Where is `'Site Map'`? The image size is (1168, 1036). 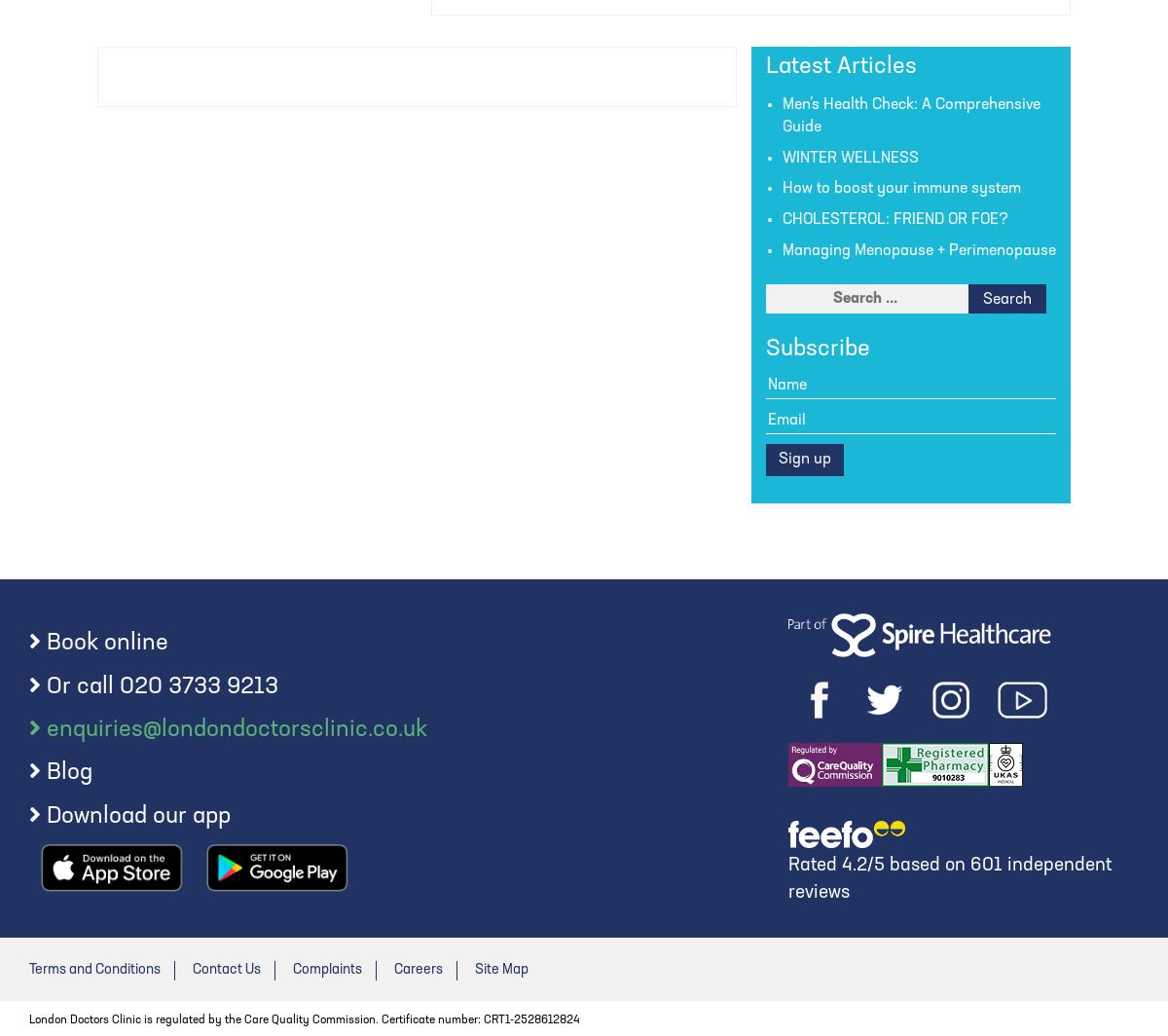 'Site Map' is located at coordinates (500, 969).